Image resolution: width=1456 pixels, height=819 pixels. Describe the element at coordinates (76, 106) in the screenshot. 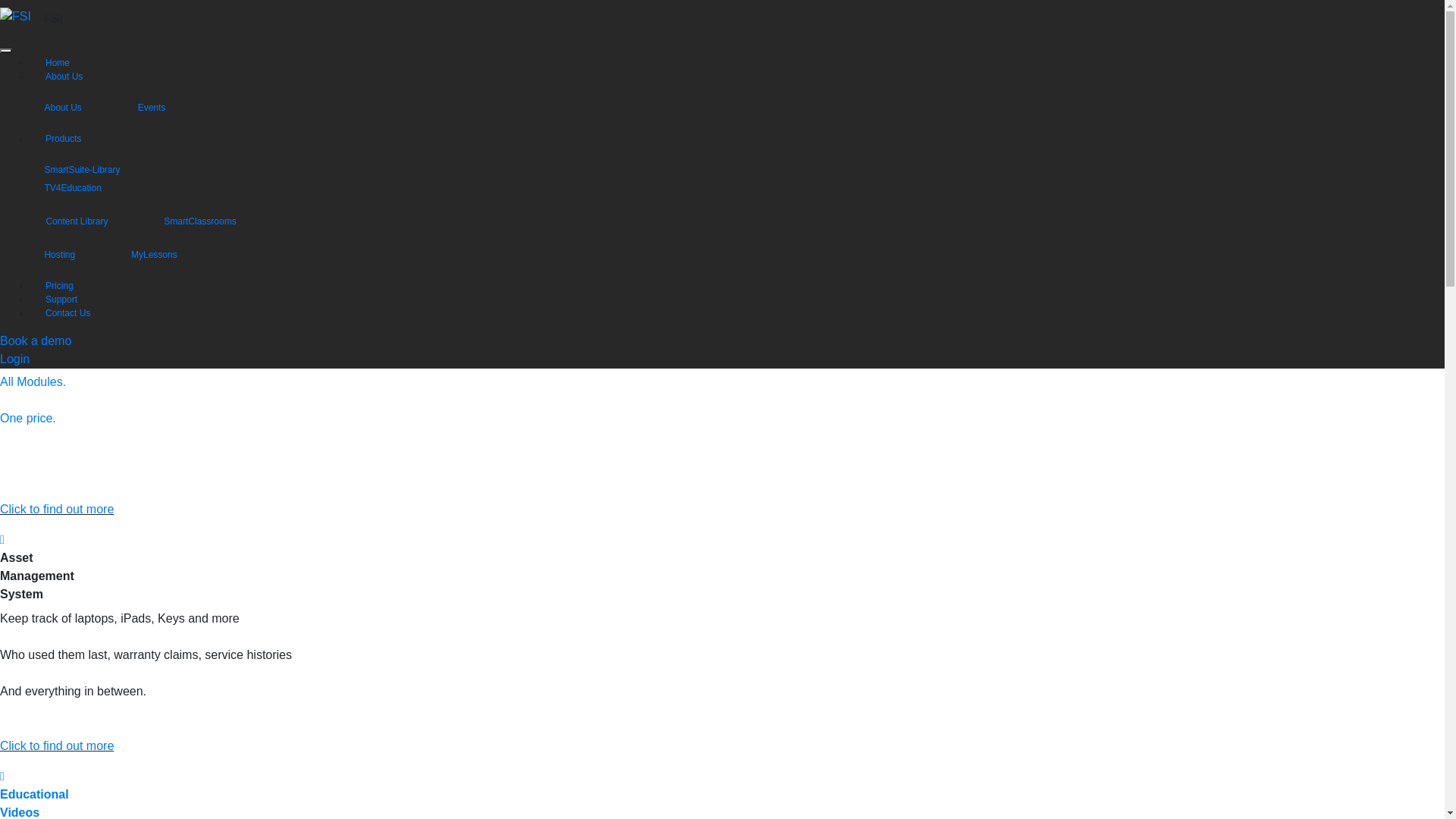

I see `'About Us'` at that location.